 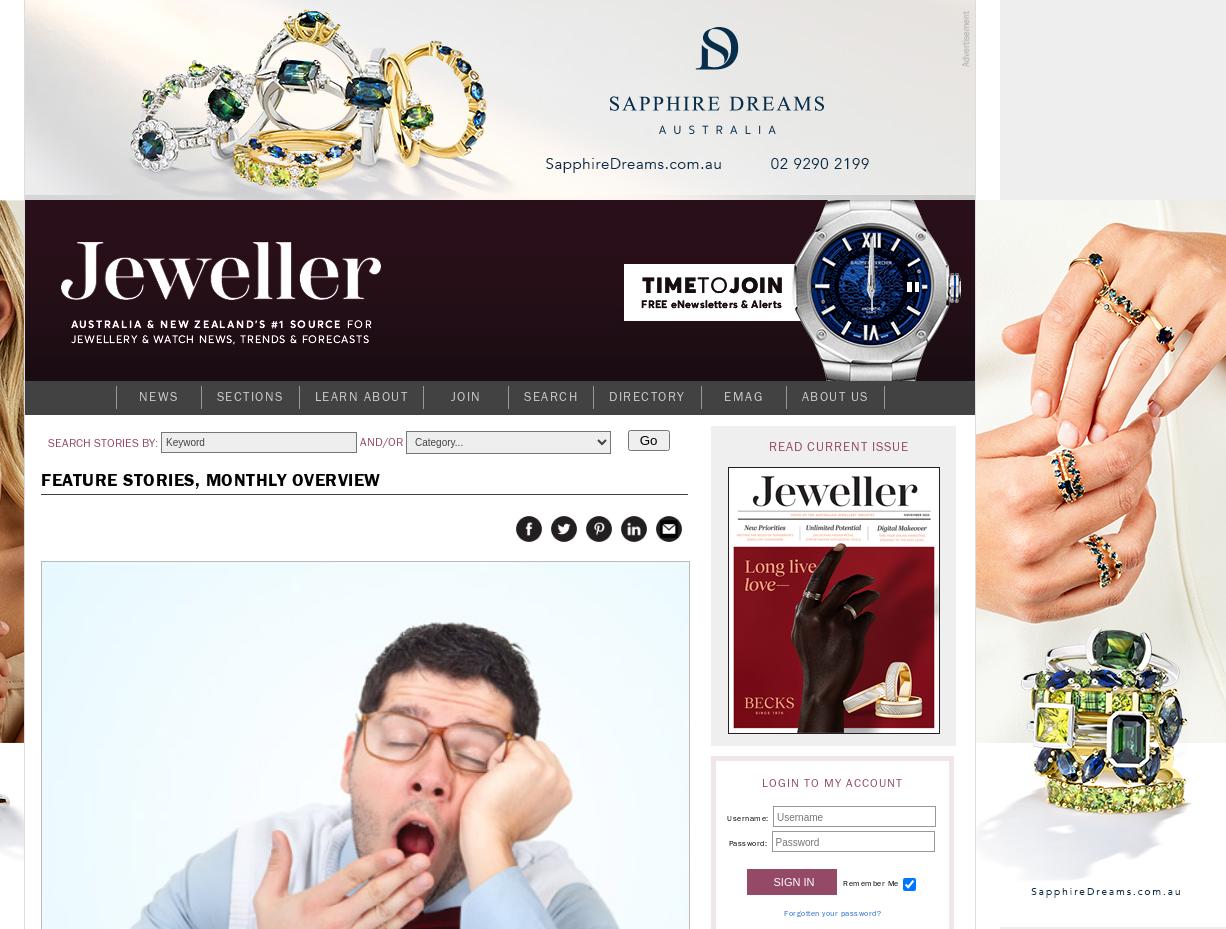 What do you see at coordinates (837, 446) in the screenshot?
I see `'Read current issue'` at bounding box center [837, 446].